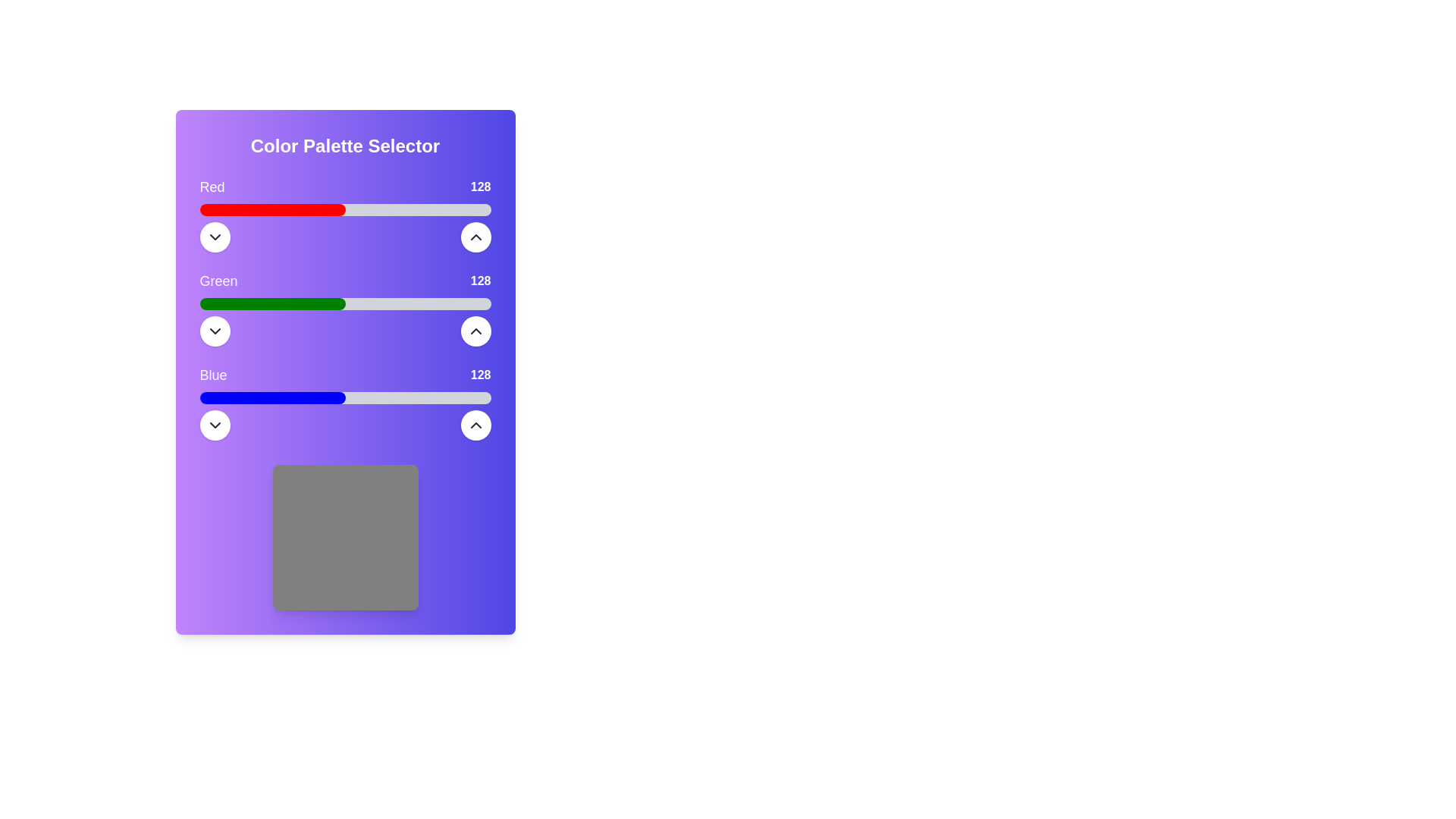  Describe the element at coordinates (359, 210) in the screenshot. I see `the red intensity` at that location.